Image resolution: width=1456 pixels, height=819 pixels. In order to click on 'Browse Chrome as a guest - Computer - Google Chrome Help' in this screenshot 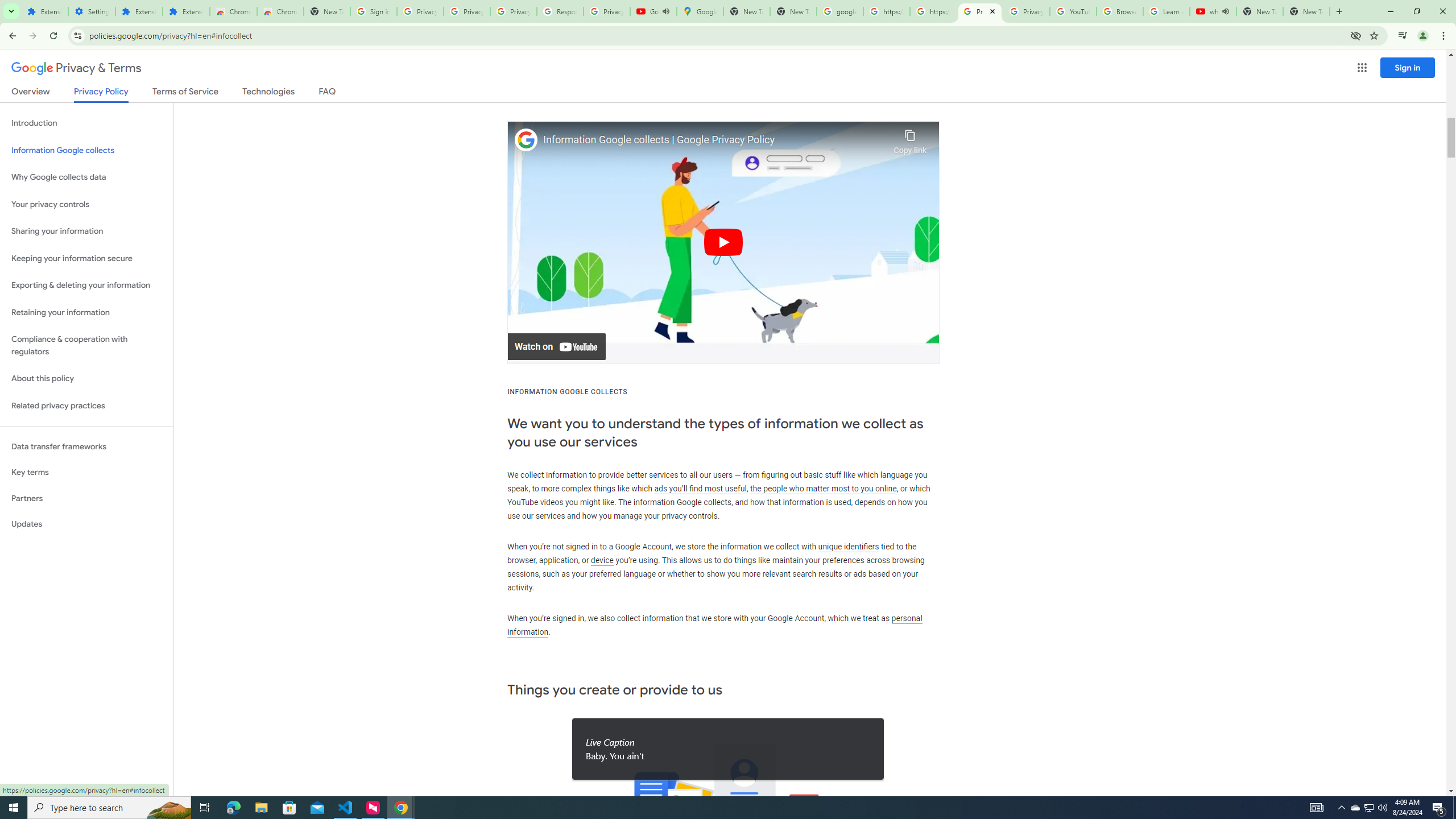, I will do `click(1119, 11)`.